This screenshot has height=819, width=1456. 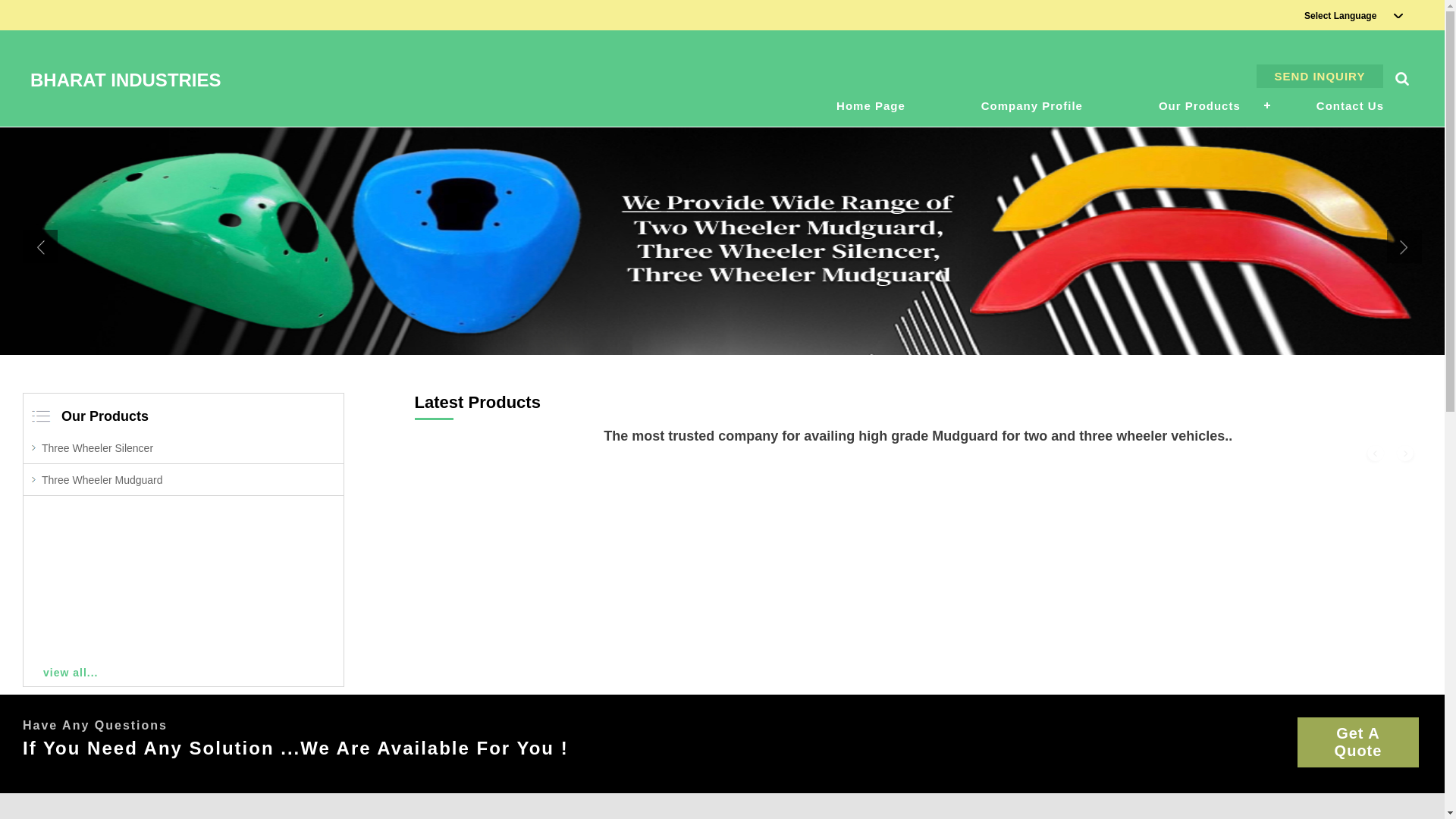 I want to click on 'Get A Quote', so click(x=1357, y=742).